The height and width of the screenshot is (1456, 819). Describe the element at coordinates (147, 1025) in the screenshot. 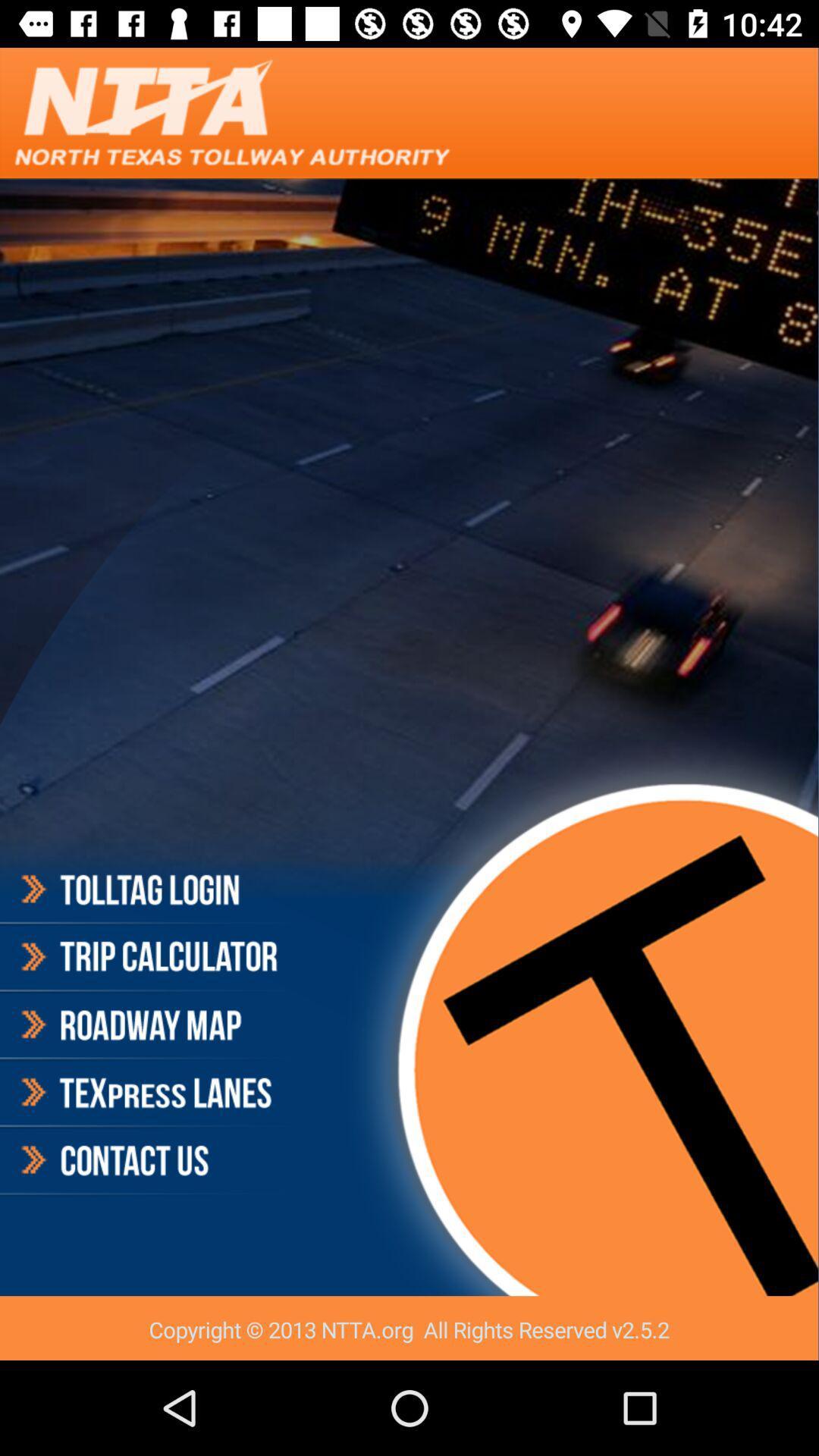

I see `menu` at that location.